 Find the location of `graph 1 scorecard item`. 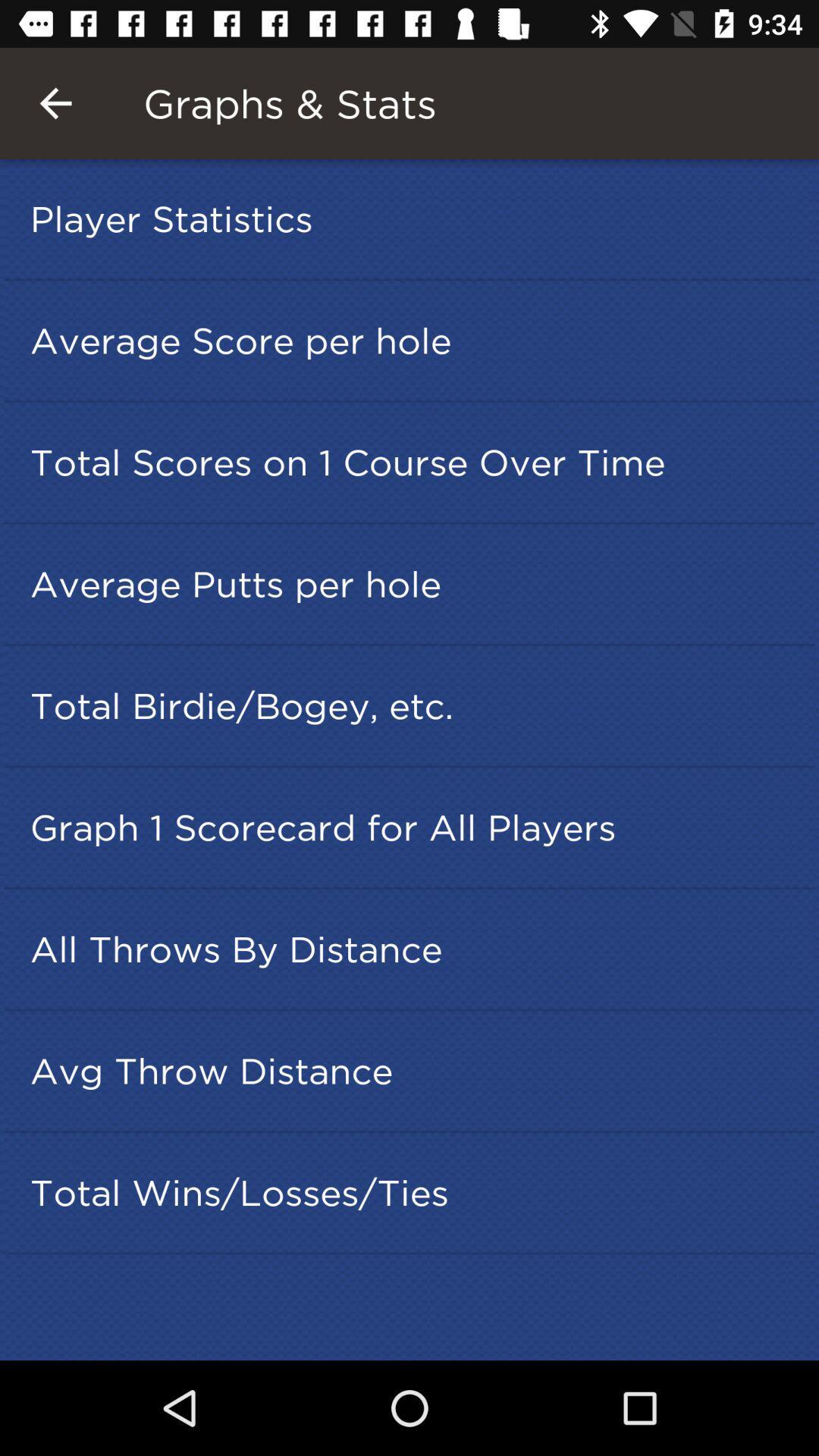

graph 1 scorecard item is located at coordinates (414, 827).